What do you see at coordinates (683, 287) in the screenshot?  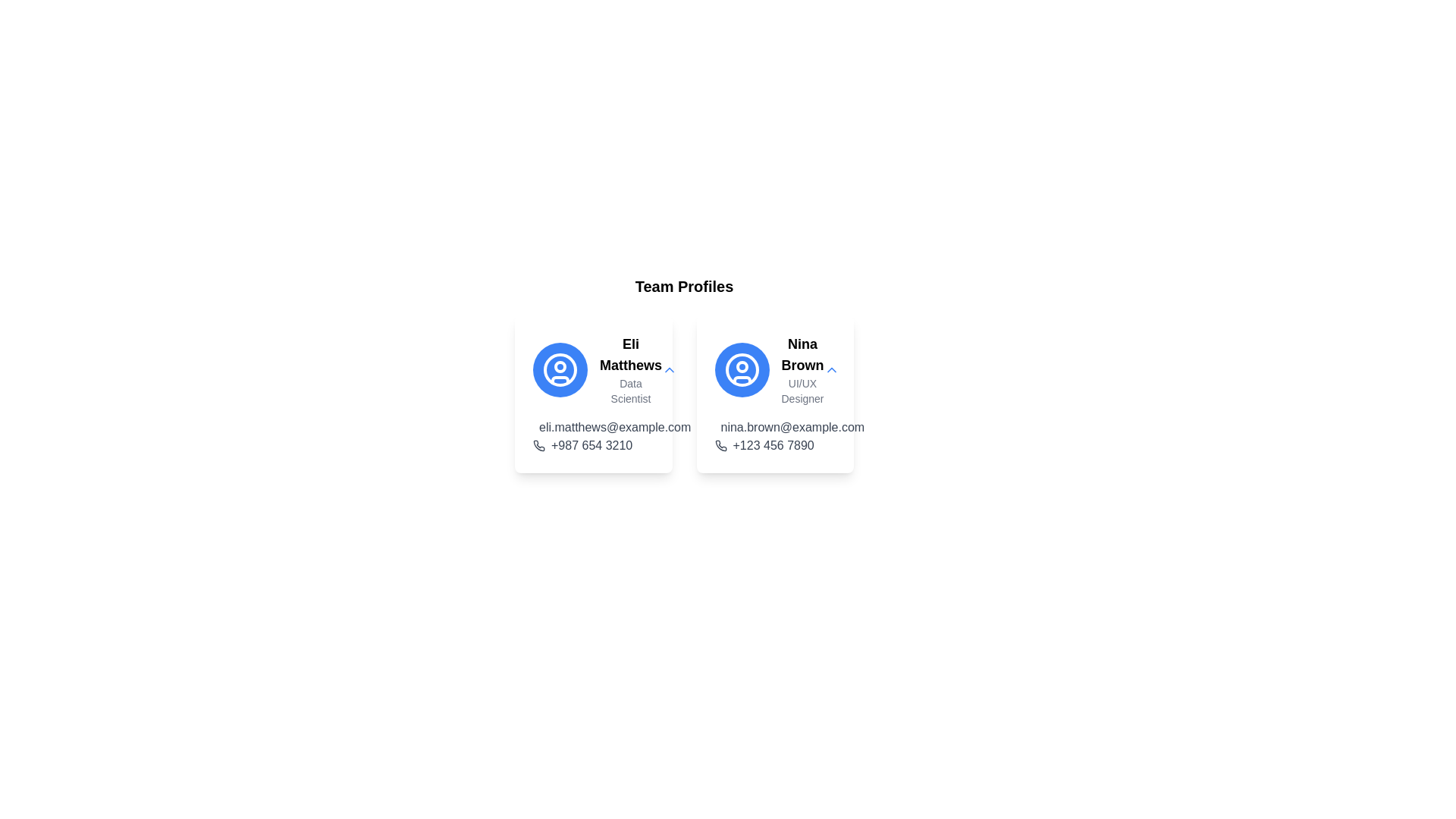 I see `text content of the Text Heading that serves as a title above two profile cards` at bounding box center [683, 287].